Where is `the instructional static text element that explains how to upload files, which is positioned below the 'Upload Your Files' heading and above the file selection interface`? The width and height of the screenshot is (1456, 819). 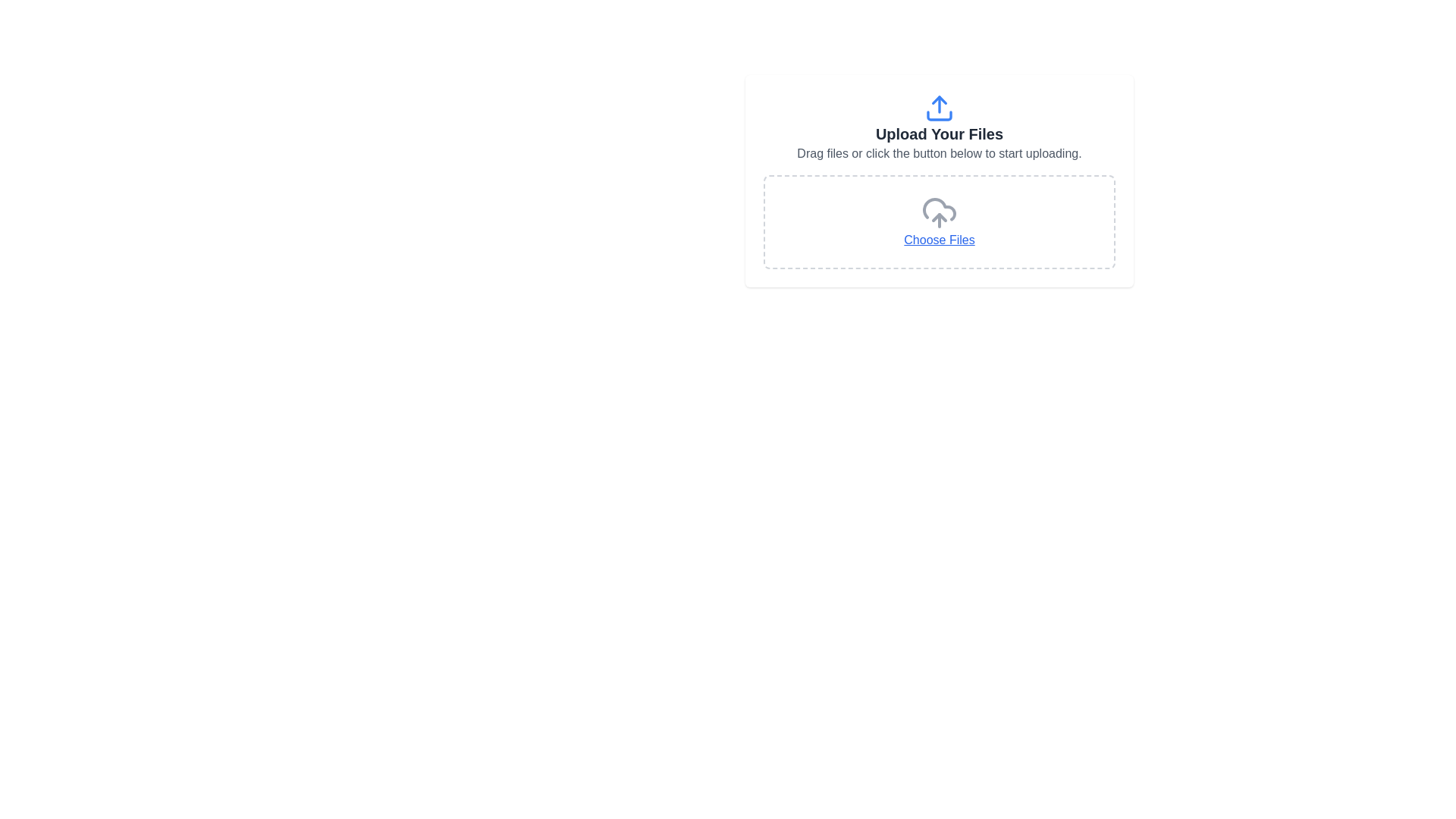 the instructional static text element that explains how to upload files, which is positioned below the 'Upload Your Files' heading and above the file selection interface is located at coordinates (938, 154).